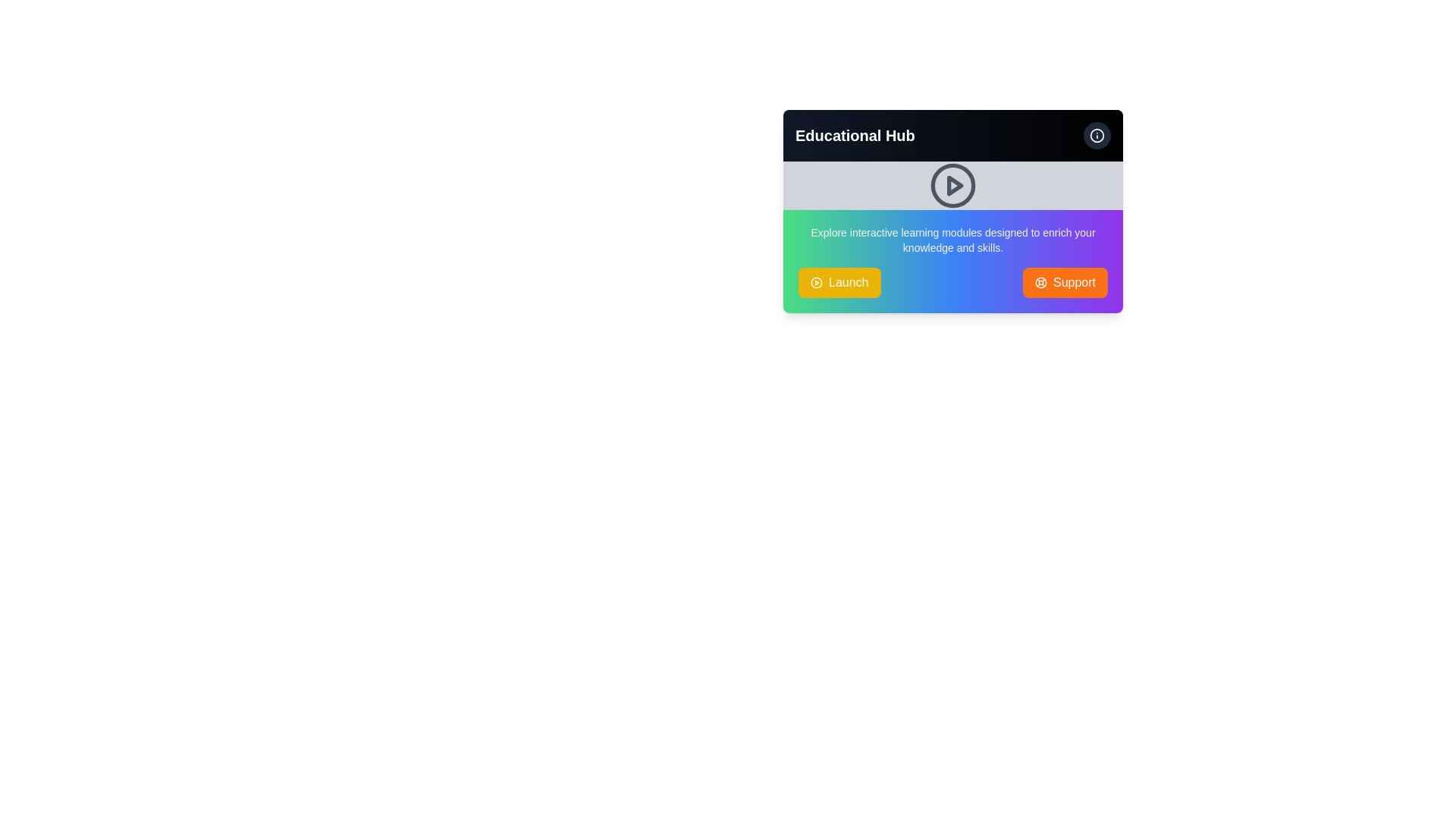  I want to click on the small triangular arrow icon located at the center of the circular region on the Educational Hub panel, so click(954, 185).